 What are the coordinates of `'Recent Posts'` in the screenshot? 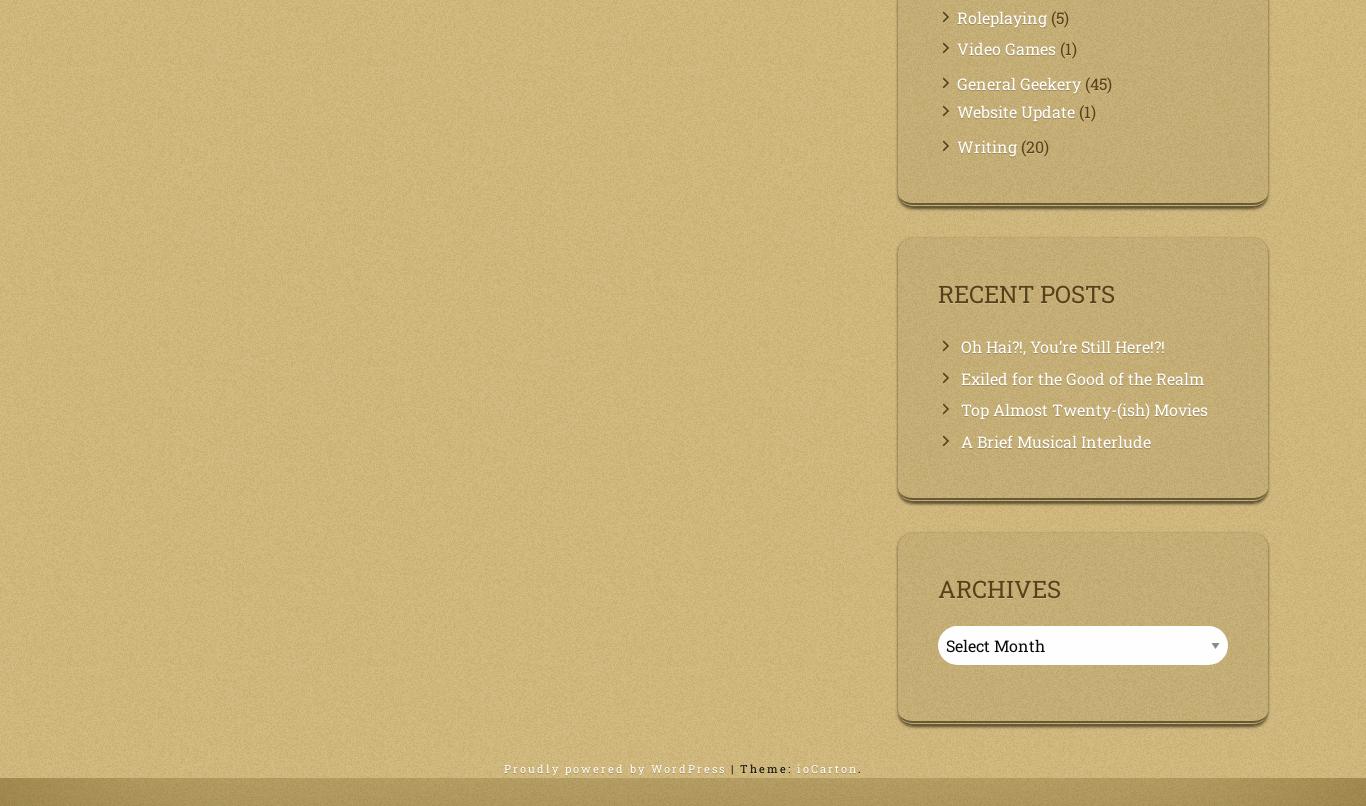 It's located at (1025, 292).